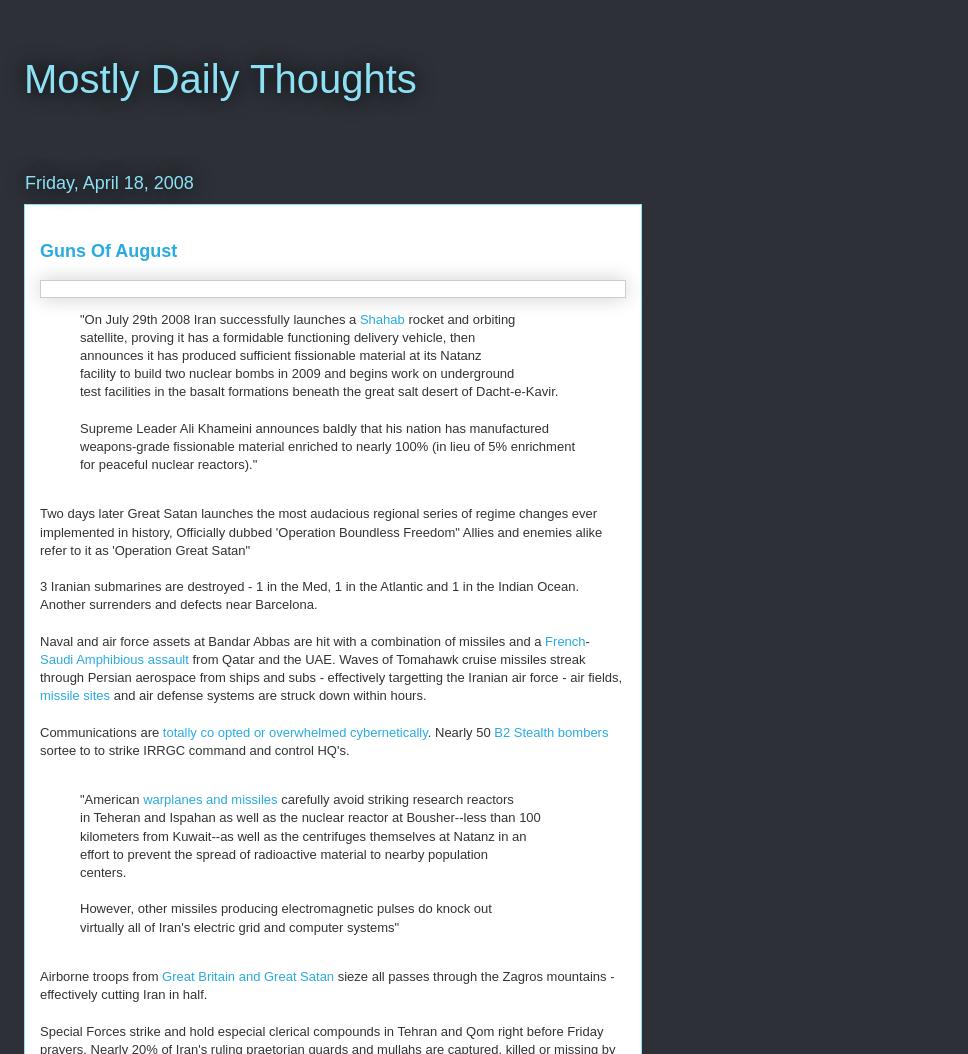 The width and height of the screenshot is (968, 1054). Describe the element at coordinates (102, 872) in the screenshot. I see `'centers.'` at that location.